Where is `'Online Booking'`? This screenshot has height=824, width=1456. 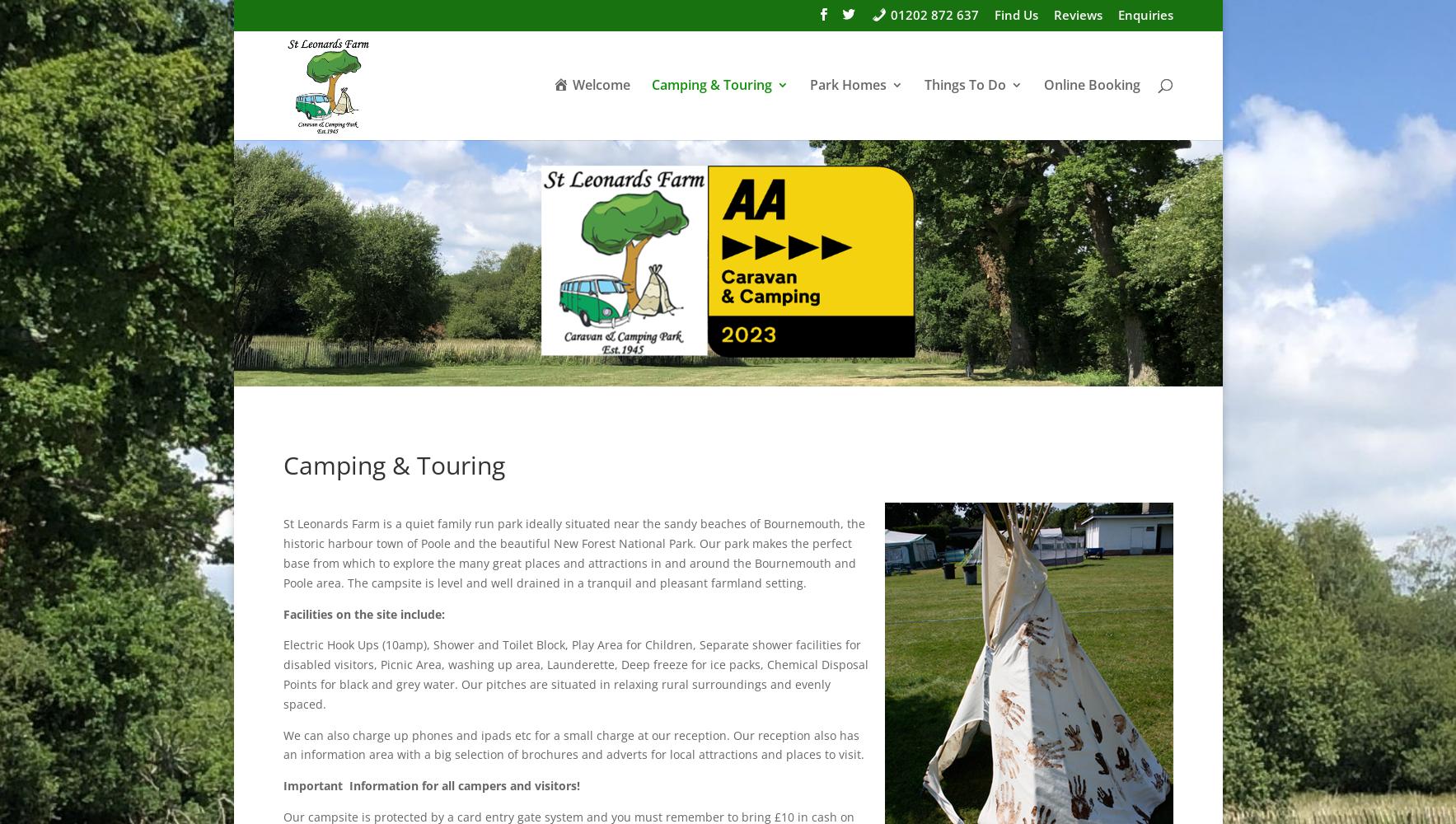
'Online Booking' is located at coordinates (1090, 84).